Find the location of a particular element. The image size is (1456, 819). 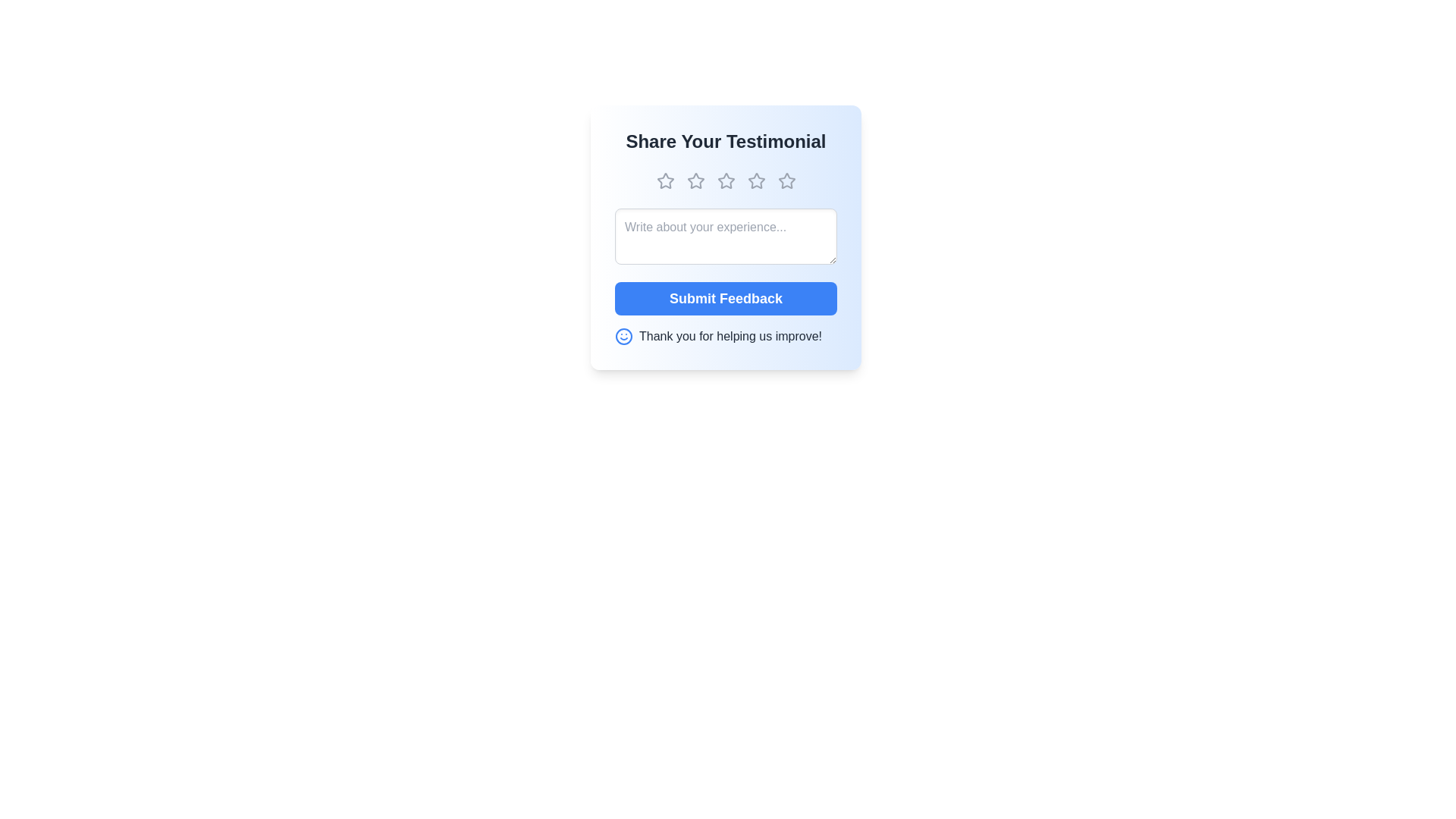

the 'Submit Feedback' button is located at coordinates (725, 298).